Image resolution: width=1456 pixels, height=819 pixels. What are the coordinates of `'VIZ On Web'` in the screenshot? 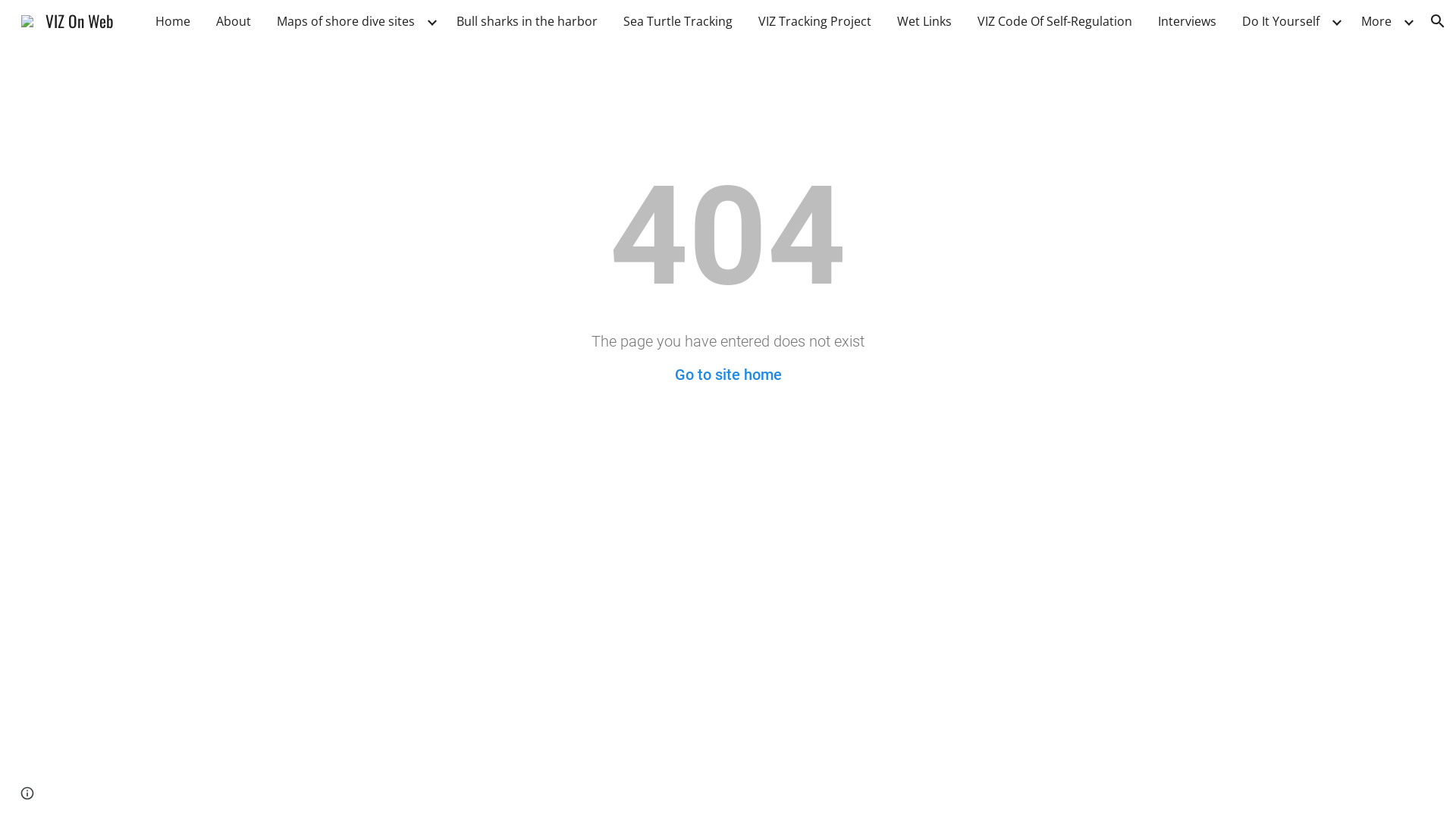 It's located at (11, 18).